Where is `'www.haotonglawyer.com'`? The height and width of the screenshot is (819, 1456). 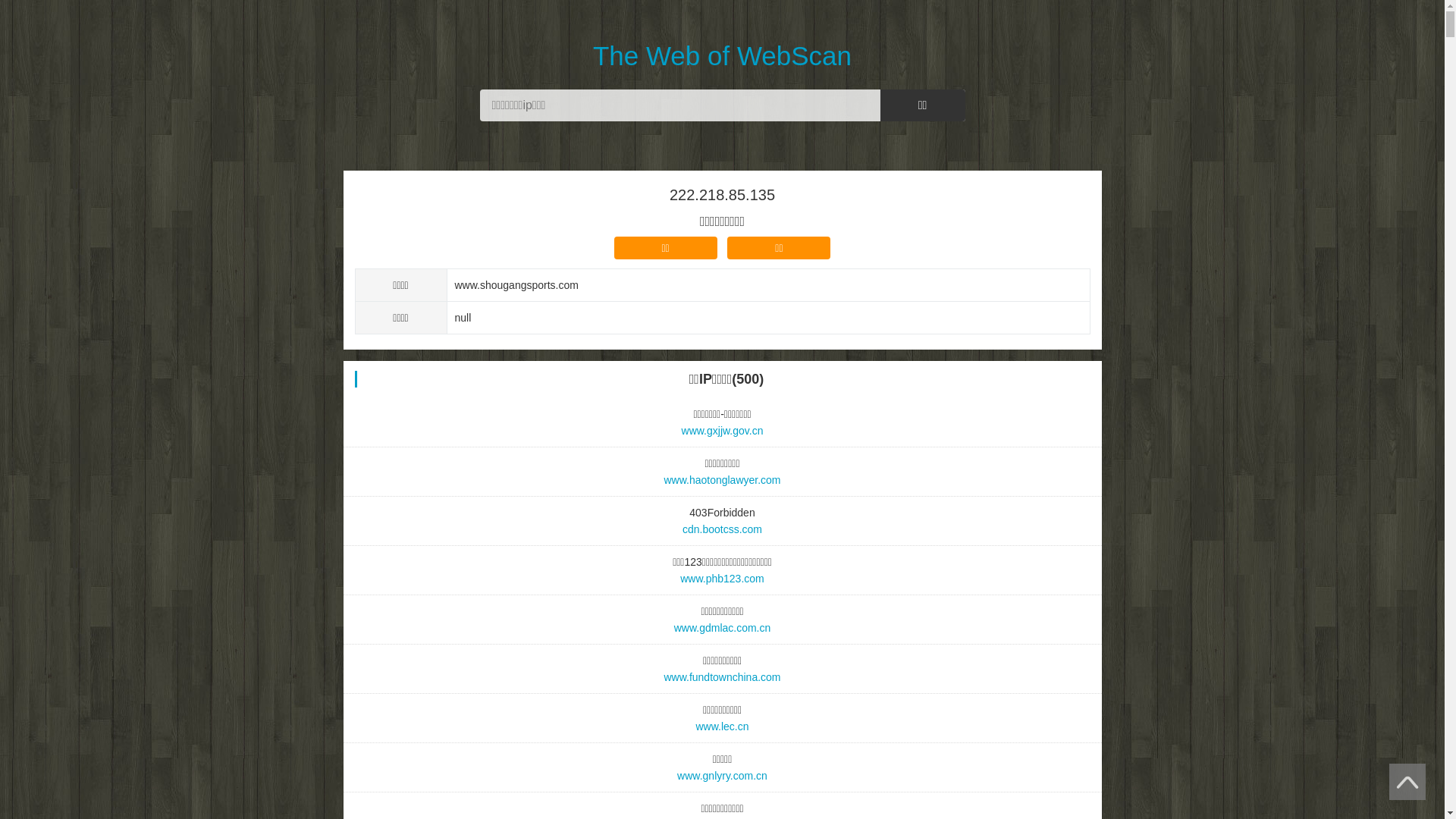
'www.haotonglawyer.com' is located at coordinates (722, 479).